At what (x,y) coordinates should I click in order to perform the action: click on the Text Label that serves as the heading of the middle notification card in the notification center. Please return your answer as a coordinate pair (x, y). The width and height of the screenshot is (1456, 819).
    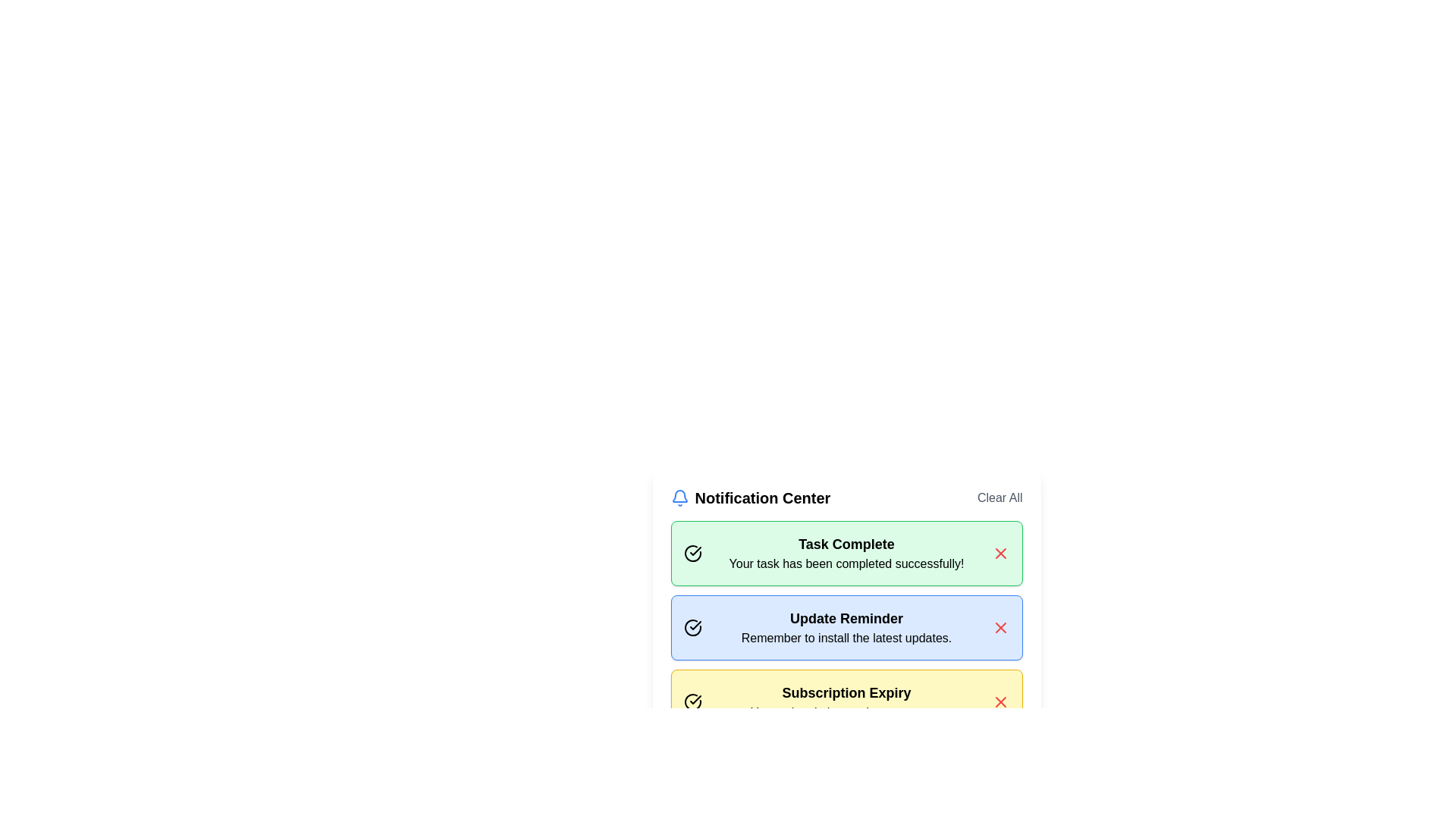
    Looking at the image, I should click on (846, 619).